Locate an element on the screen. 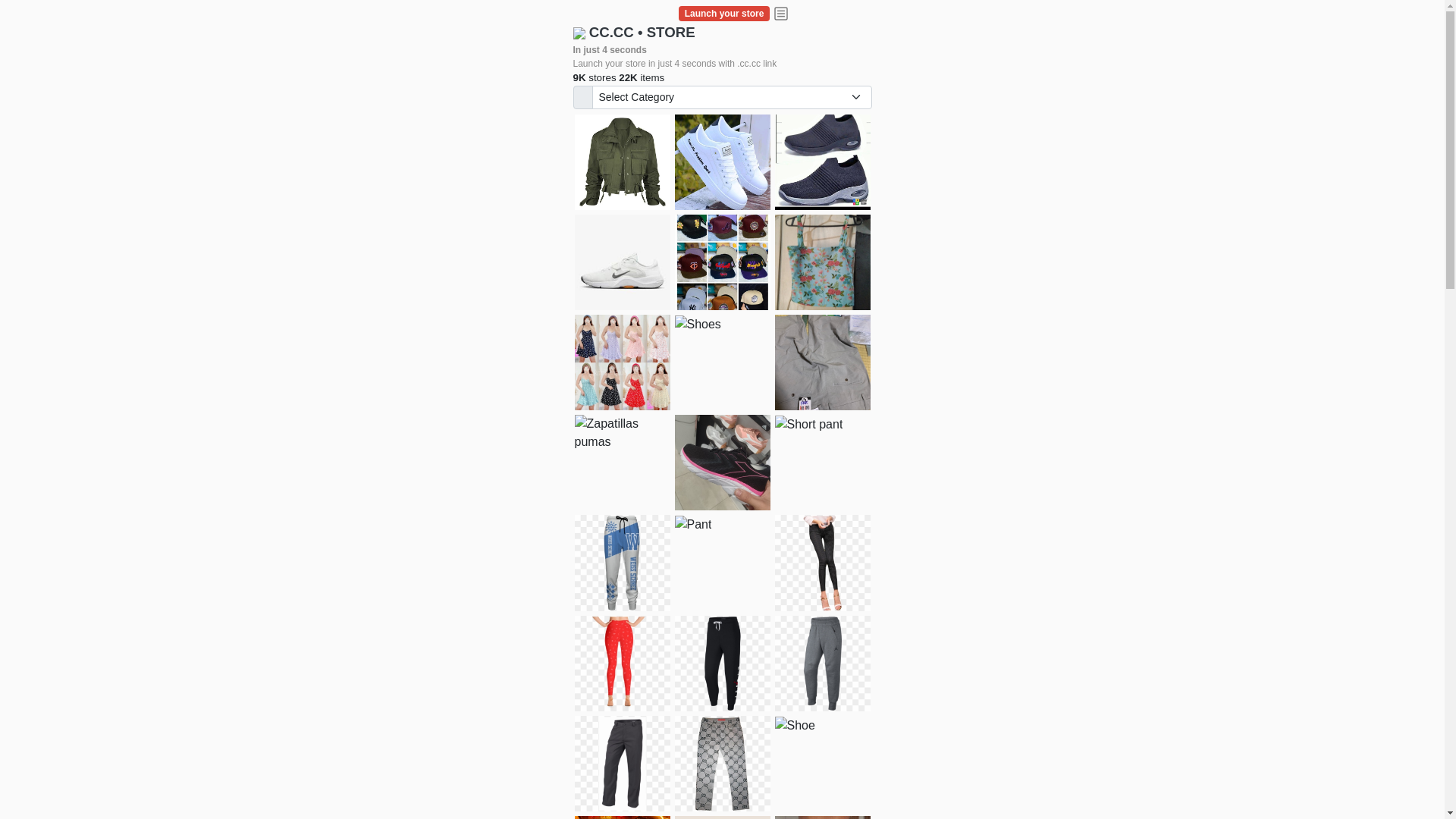  'Short pant' is located at coordinates (808, 424).